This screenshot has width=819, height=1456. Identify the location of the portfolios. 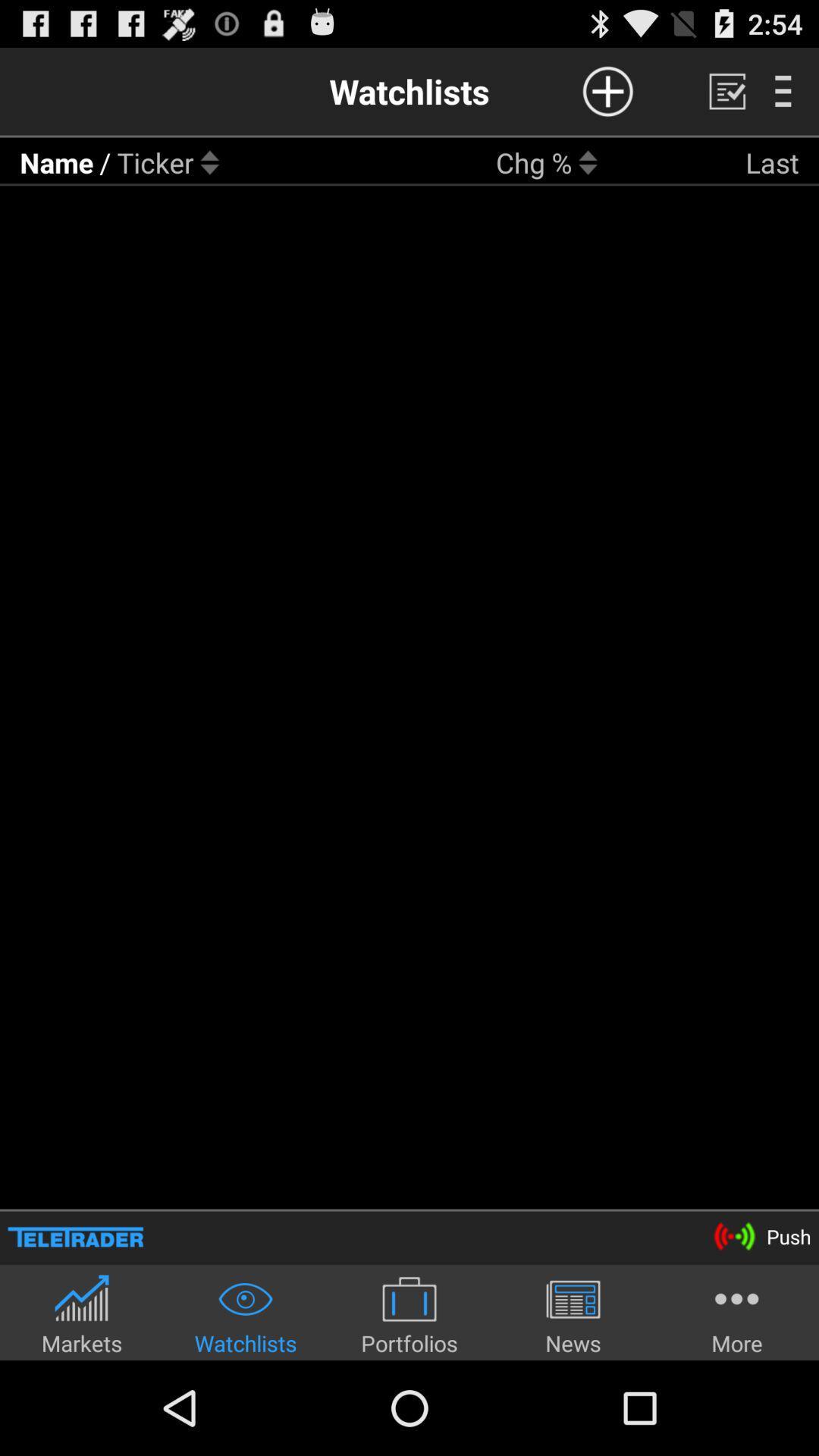
(409, 1313).